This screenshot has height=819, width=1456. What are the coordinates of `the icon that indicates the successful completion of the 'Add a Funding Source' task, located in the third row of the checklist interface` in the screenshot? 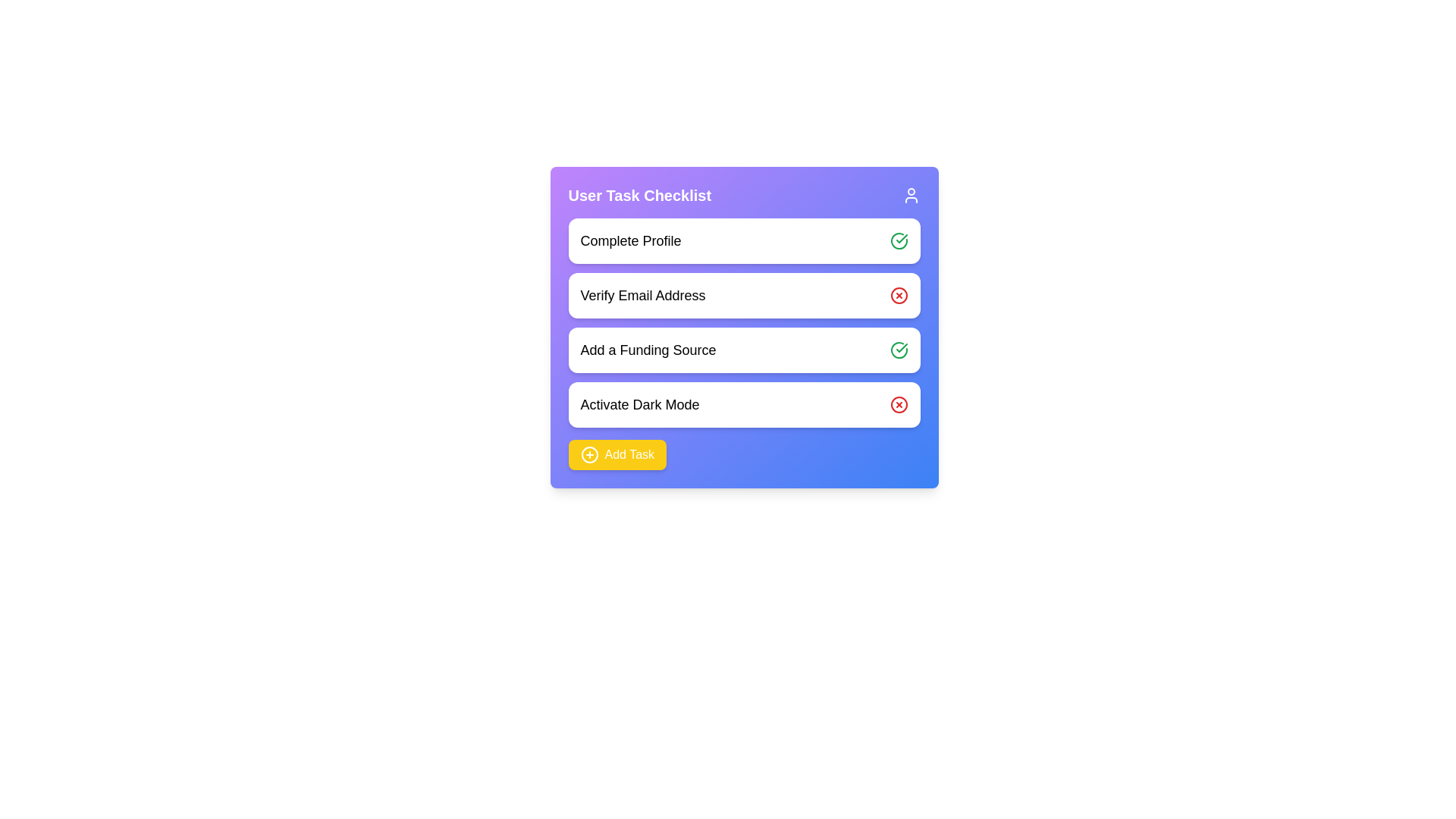 It's located at (899, 350).